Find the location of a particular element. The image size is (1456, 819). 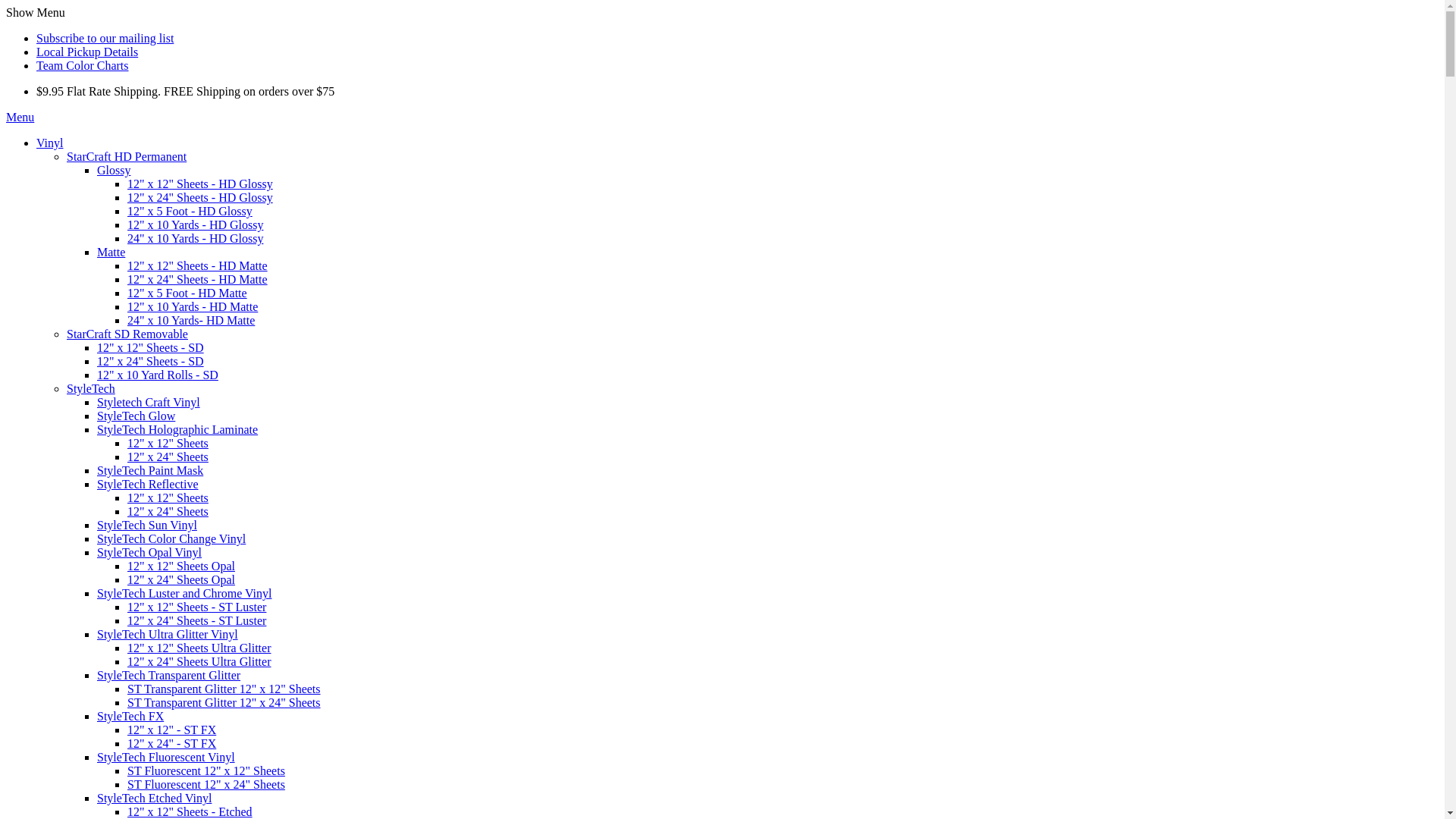

'24" x 10 Yards- HD Matte' is located at coordinates (190, 319).